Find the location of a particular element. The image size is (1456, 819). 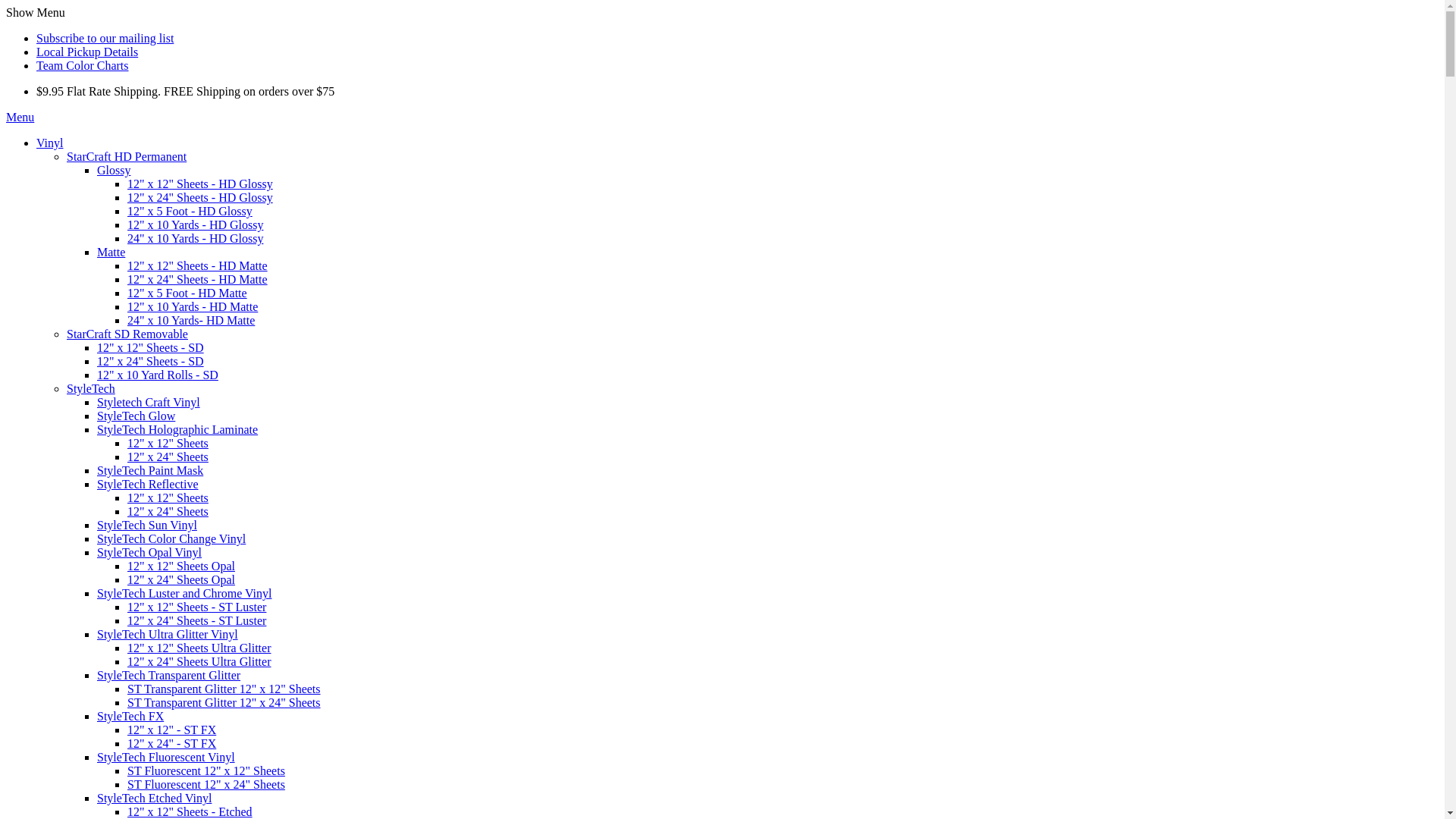

'24" x 10 Yards- HD Matte' is located at coordinates (190, 319).